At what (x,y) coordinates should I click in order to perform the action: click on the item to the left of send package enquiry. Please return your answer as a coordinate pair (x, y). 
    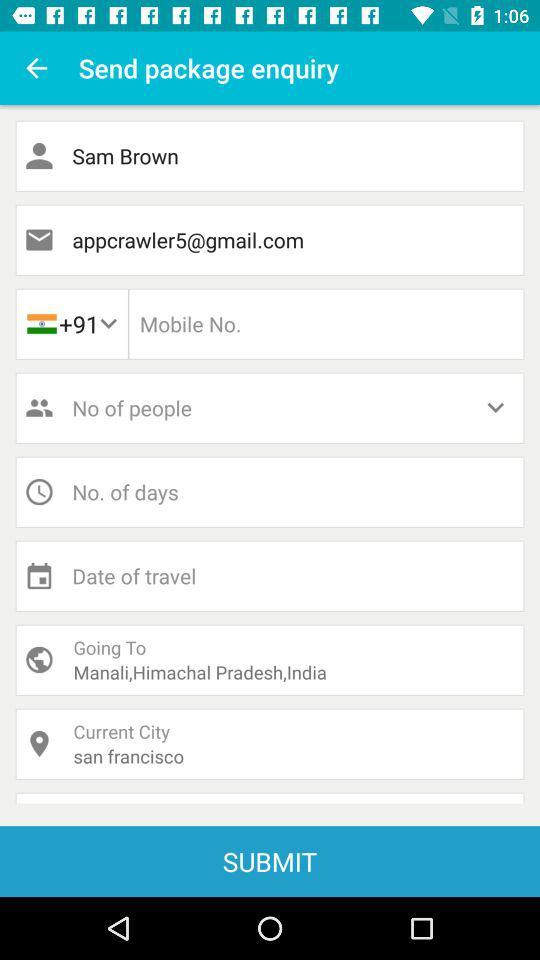
    Looking at the image, I should click on (36, 68).